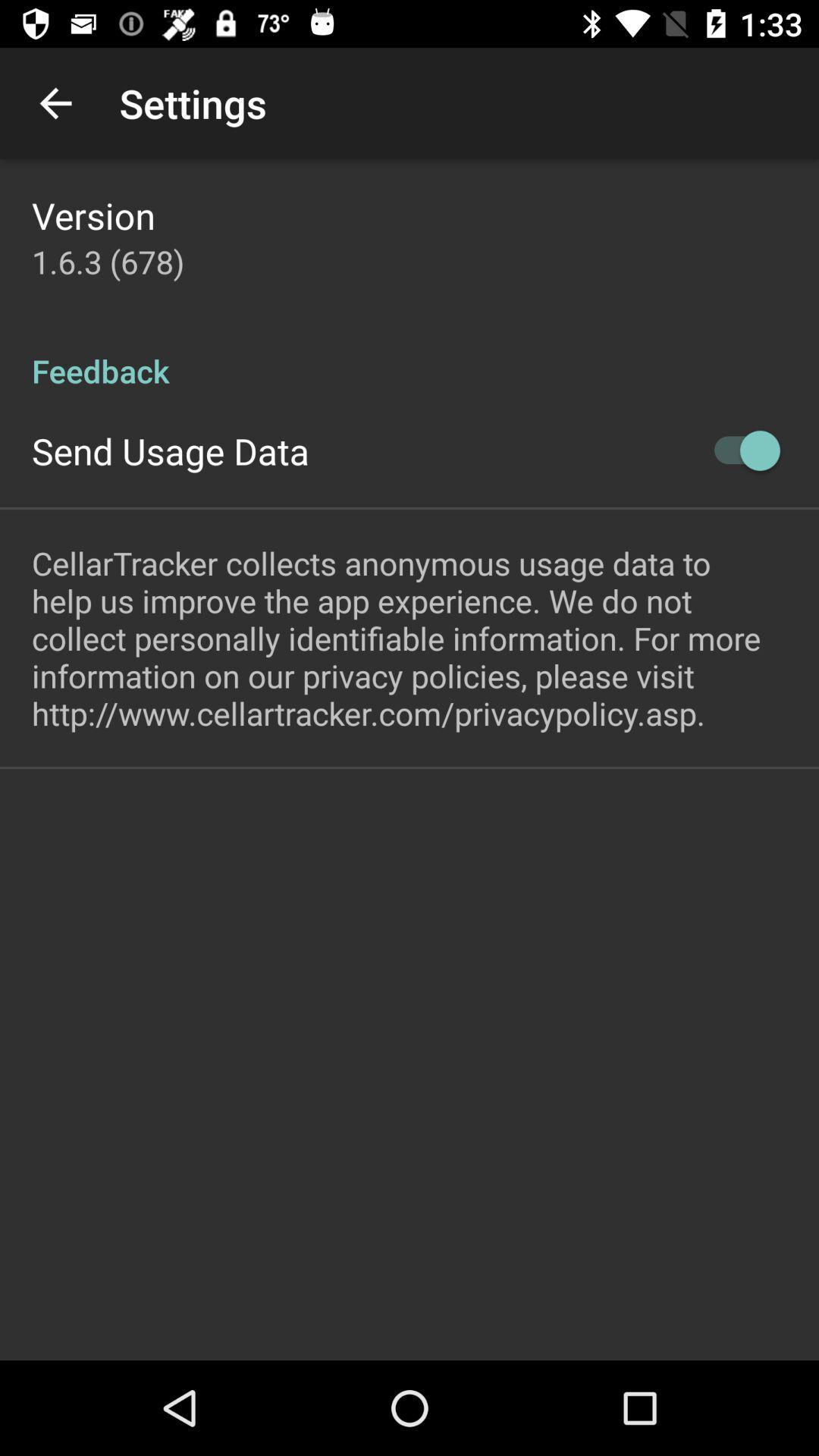  I want to click on version app, so click(93, 215).